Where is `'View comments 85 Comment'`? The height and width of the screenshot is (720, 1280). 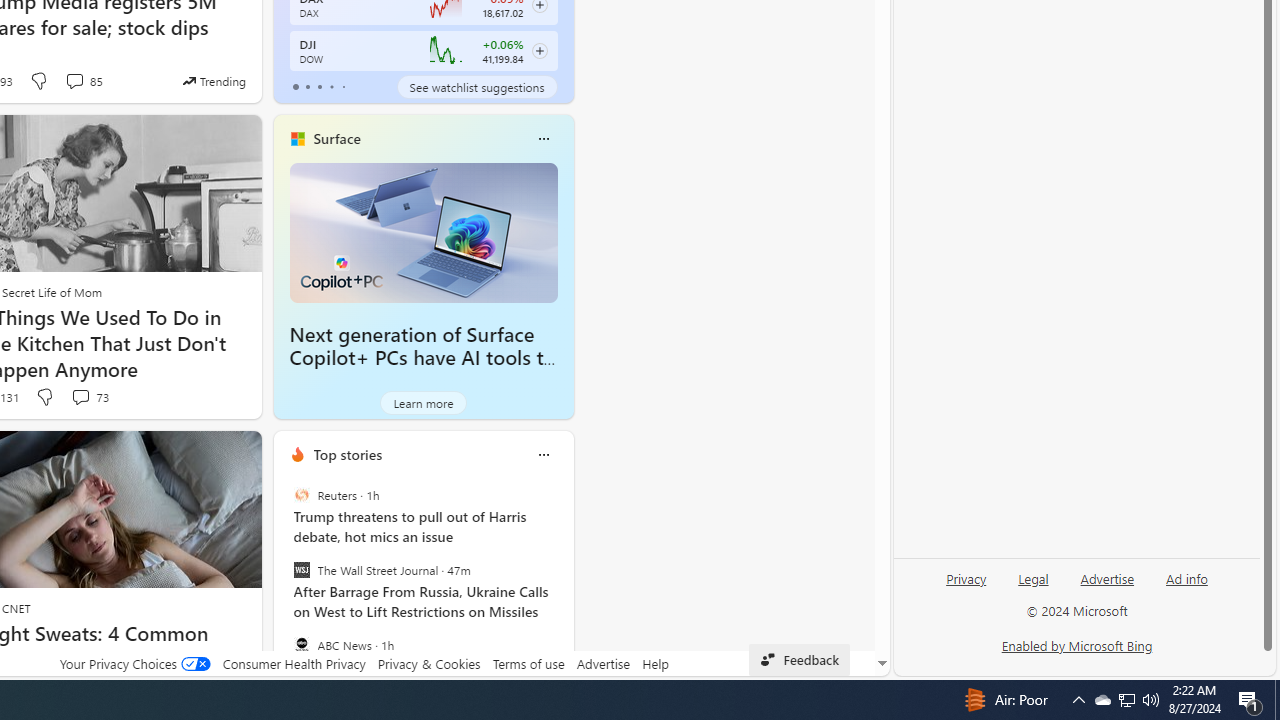 'View comments 85 Comment' is located at coordinates (82, 80).